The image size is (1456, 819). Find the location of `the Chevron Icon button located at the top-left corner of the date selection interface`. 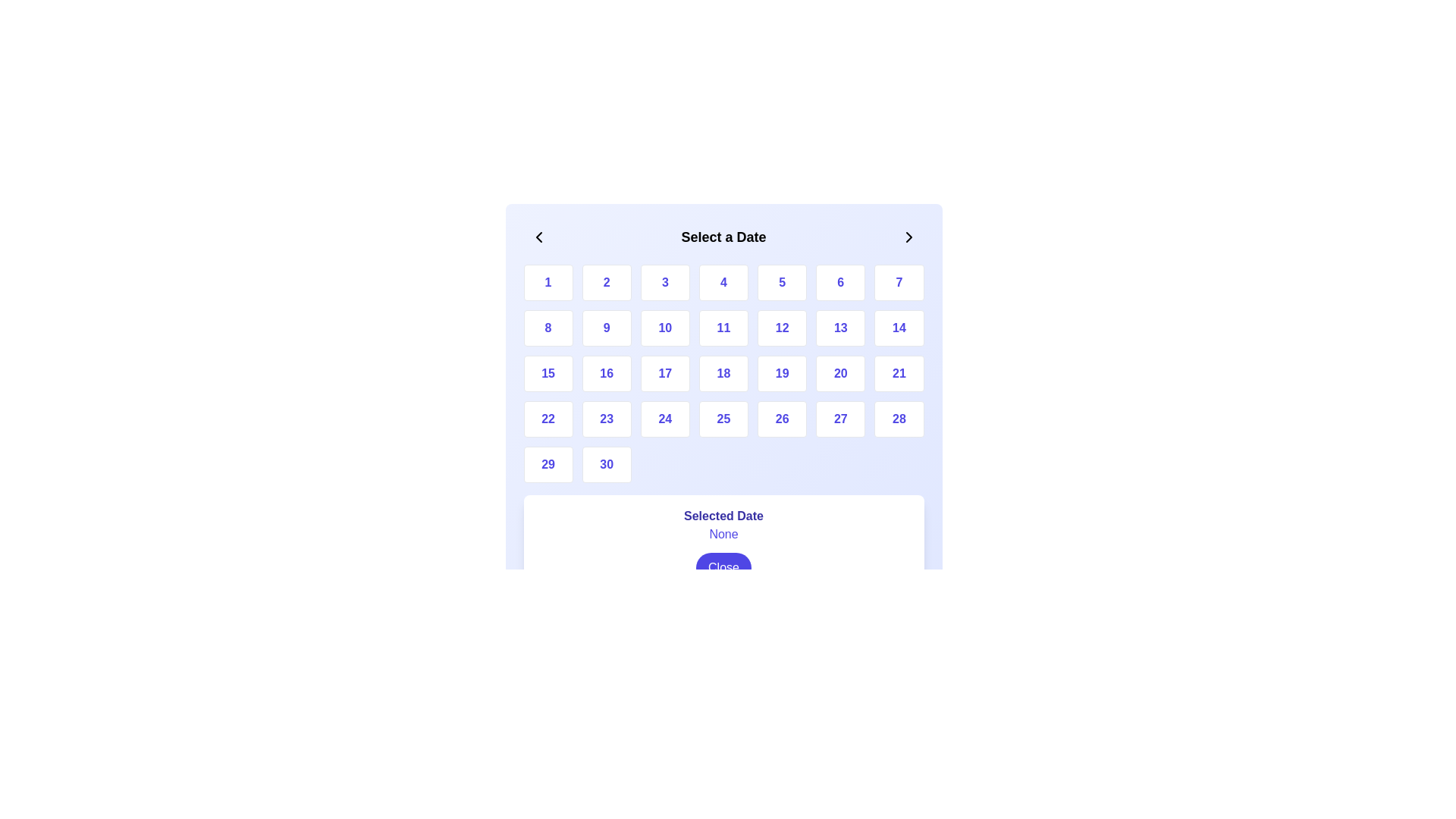

the Chevron Icon button located at the top-left corner of the date selection interface is located at coordinates (538, 237).